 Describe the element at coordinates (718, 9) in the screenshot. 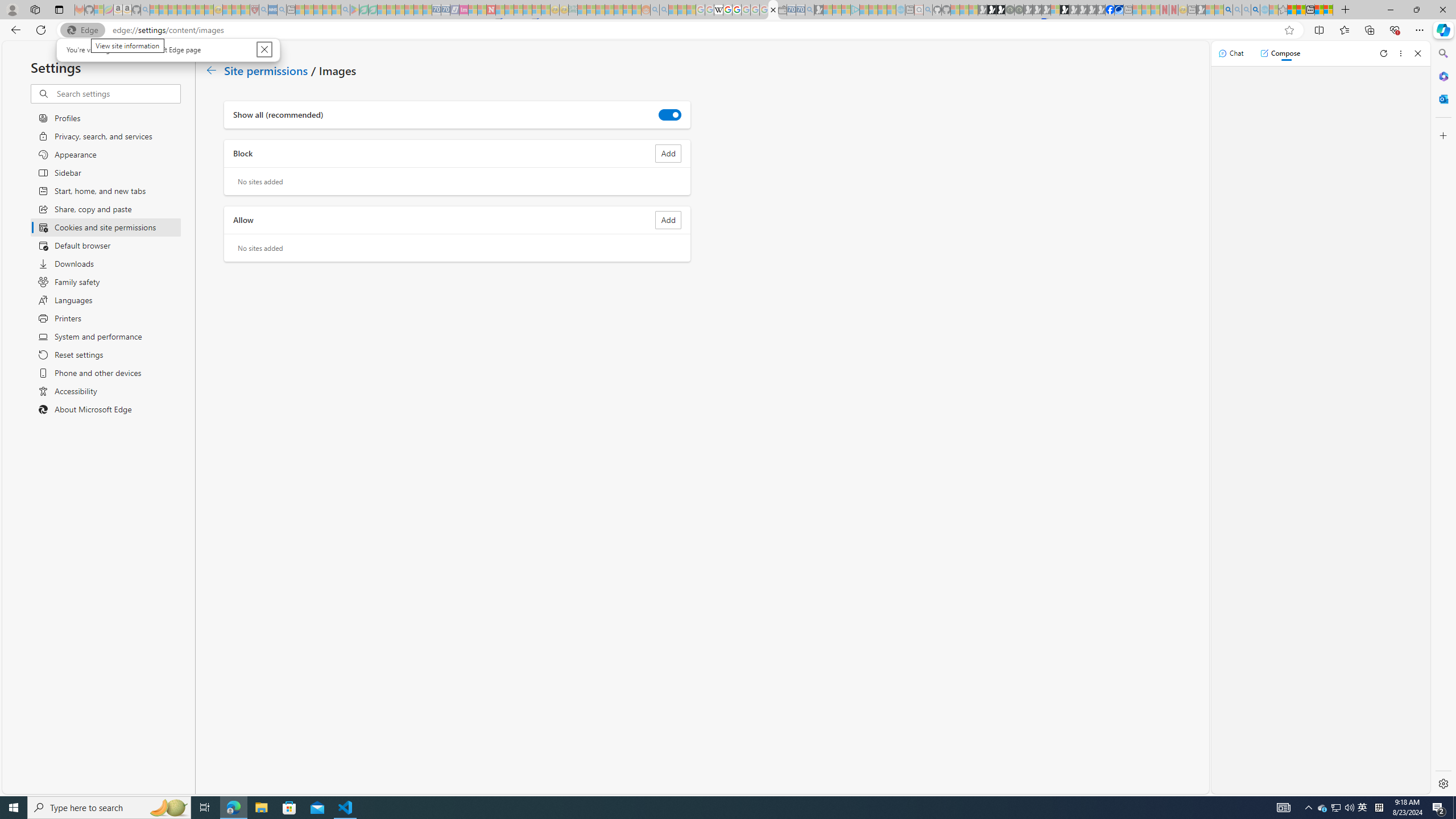

I see `'Target page - Wikipedia'` at that location.